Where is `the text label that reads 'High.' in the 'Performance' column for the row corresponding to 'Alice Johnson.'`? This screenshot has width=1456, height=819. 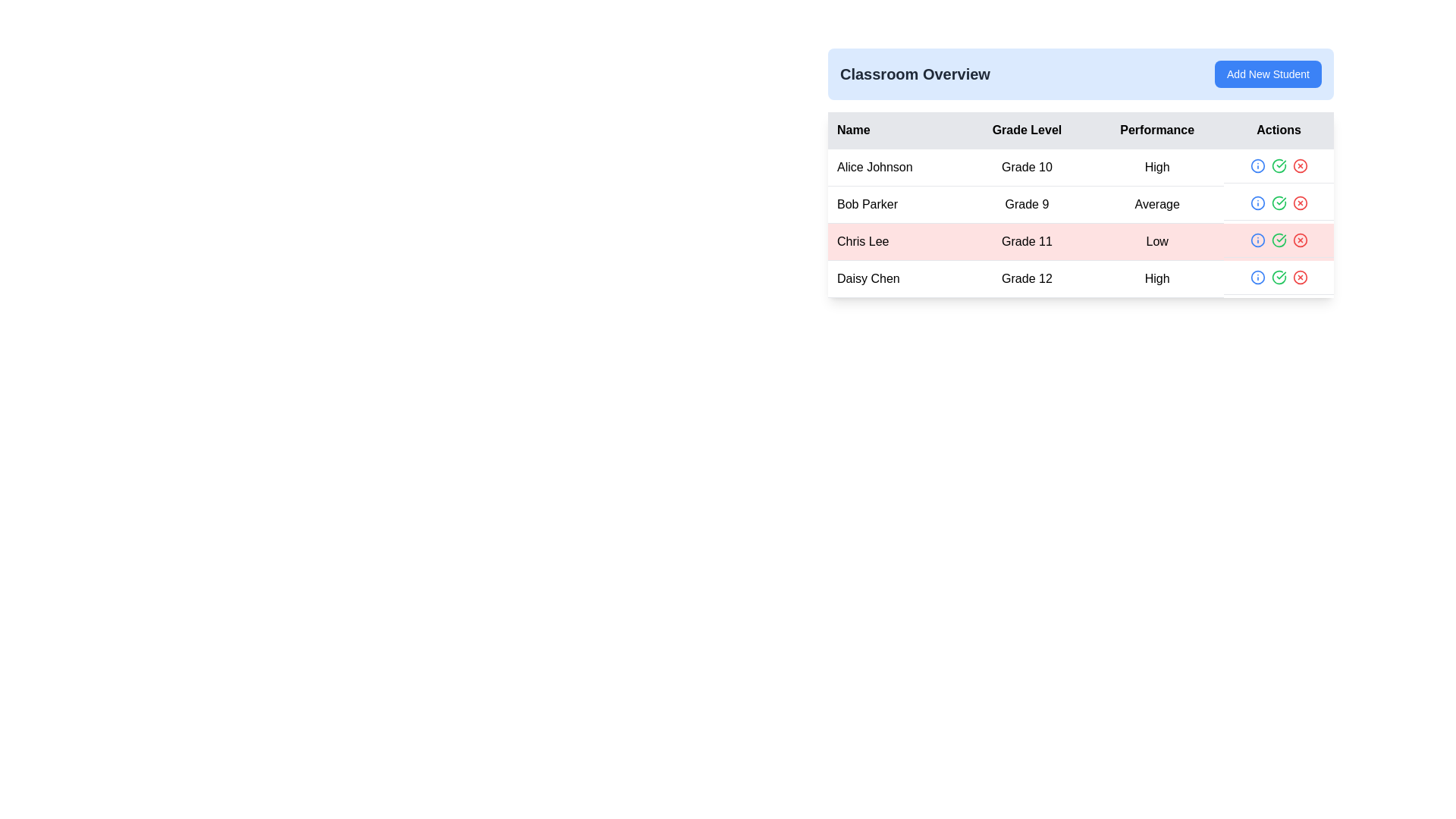 the text label that reads 'High.' in the 'Performance' column for the row corresponding to 'Alice Johnson.' is located at coordinates (1156, 167).